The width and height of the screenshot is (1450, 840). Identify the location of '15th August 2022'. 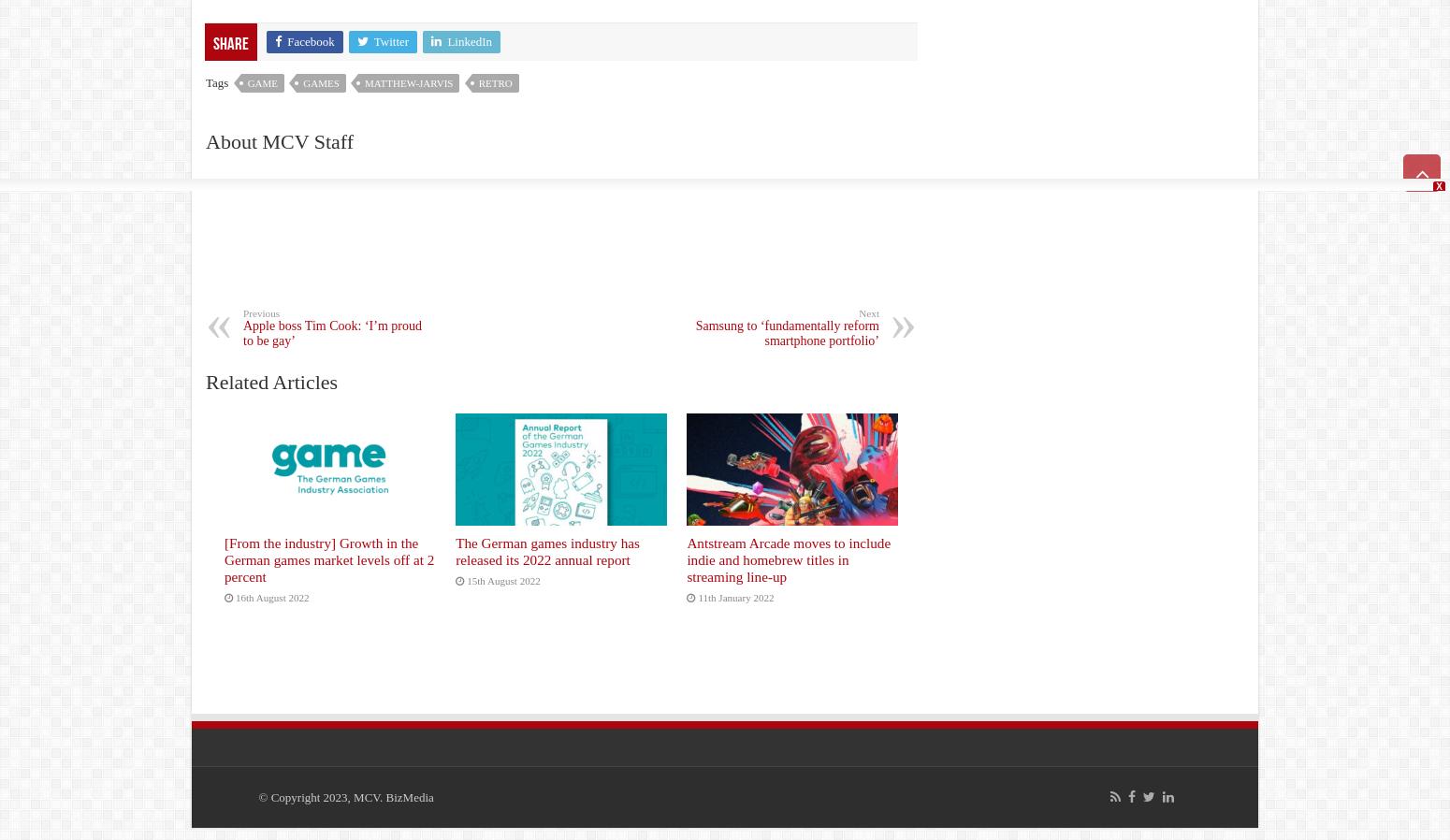
(502, 579).